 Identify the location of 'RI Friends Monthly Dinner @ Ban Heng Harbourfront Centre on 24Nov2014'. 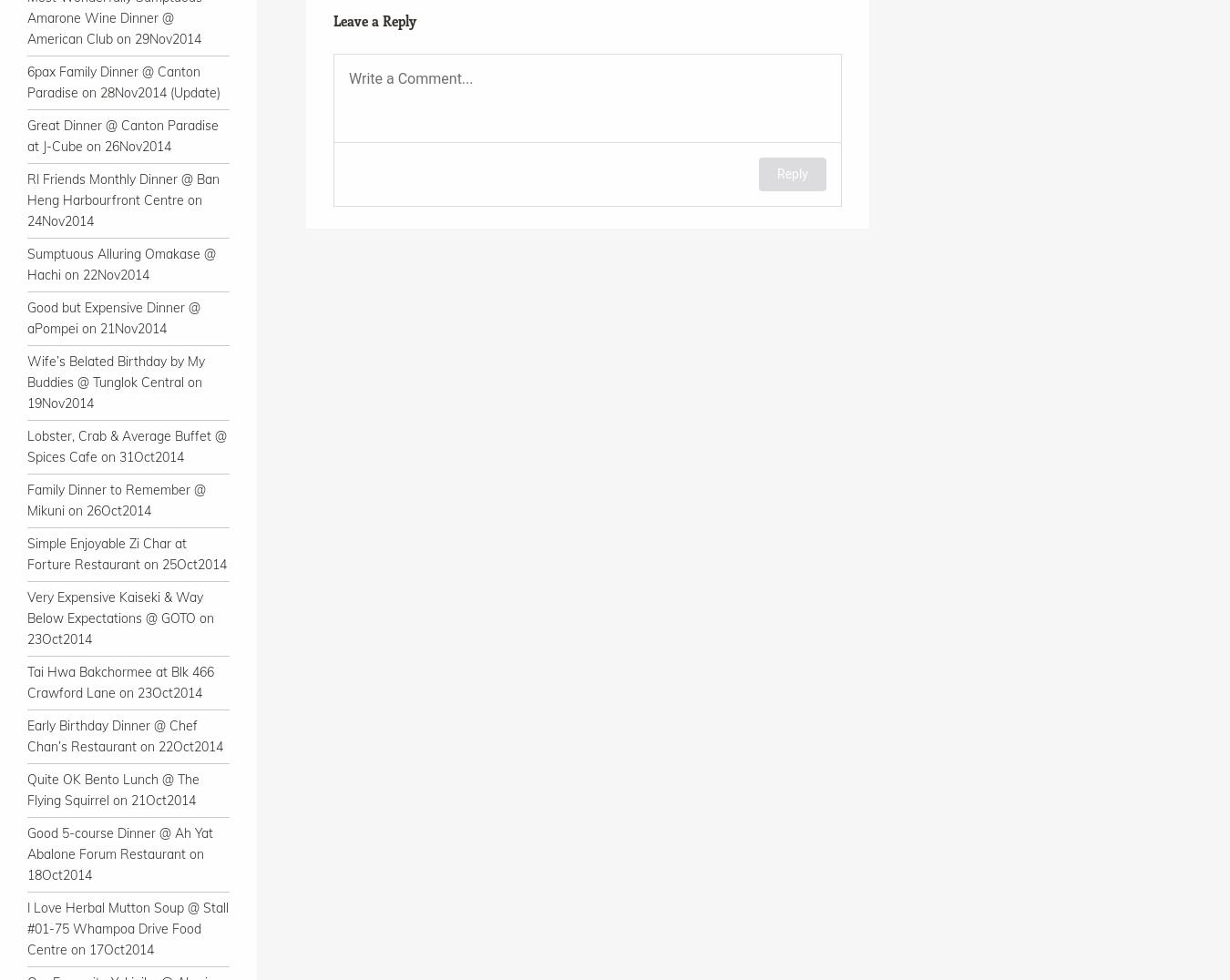
(123, 199).